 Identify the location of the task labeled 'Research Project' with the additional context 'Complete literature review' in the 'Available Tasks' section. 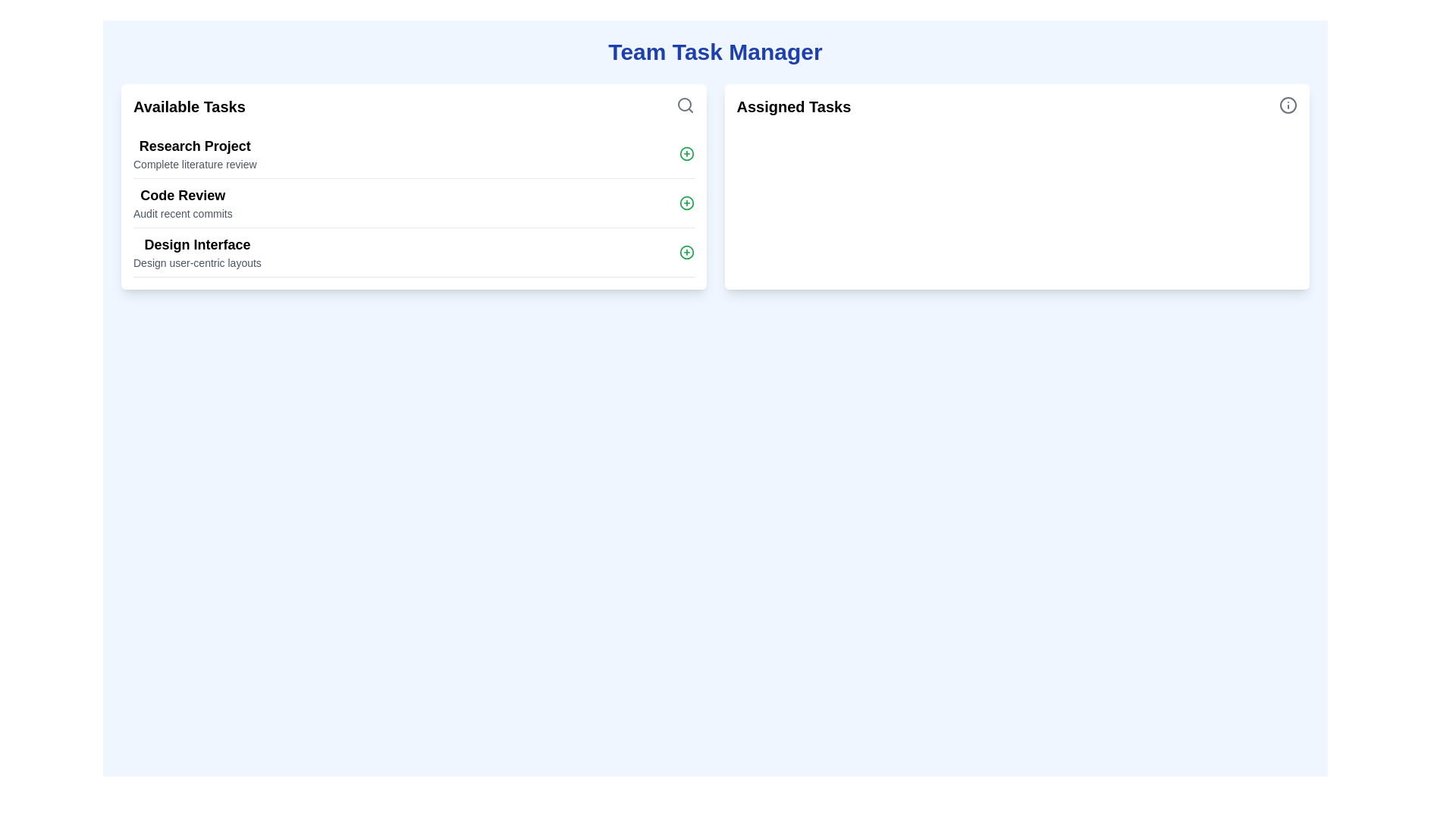
(413, 154).